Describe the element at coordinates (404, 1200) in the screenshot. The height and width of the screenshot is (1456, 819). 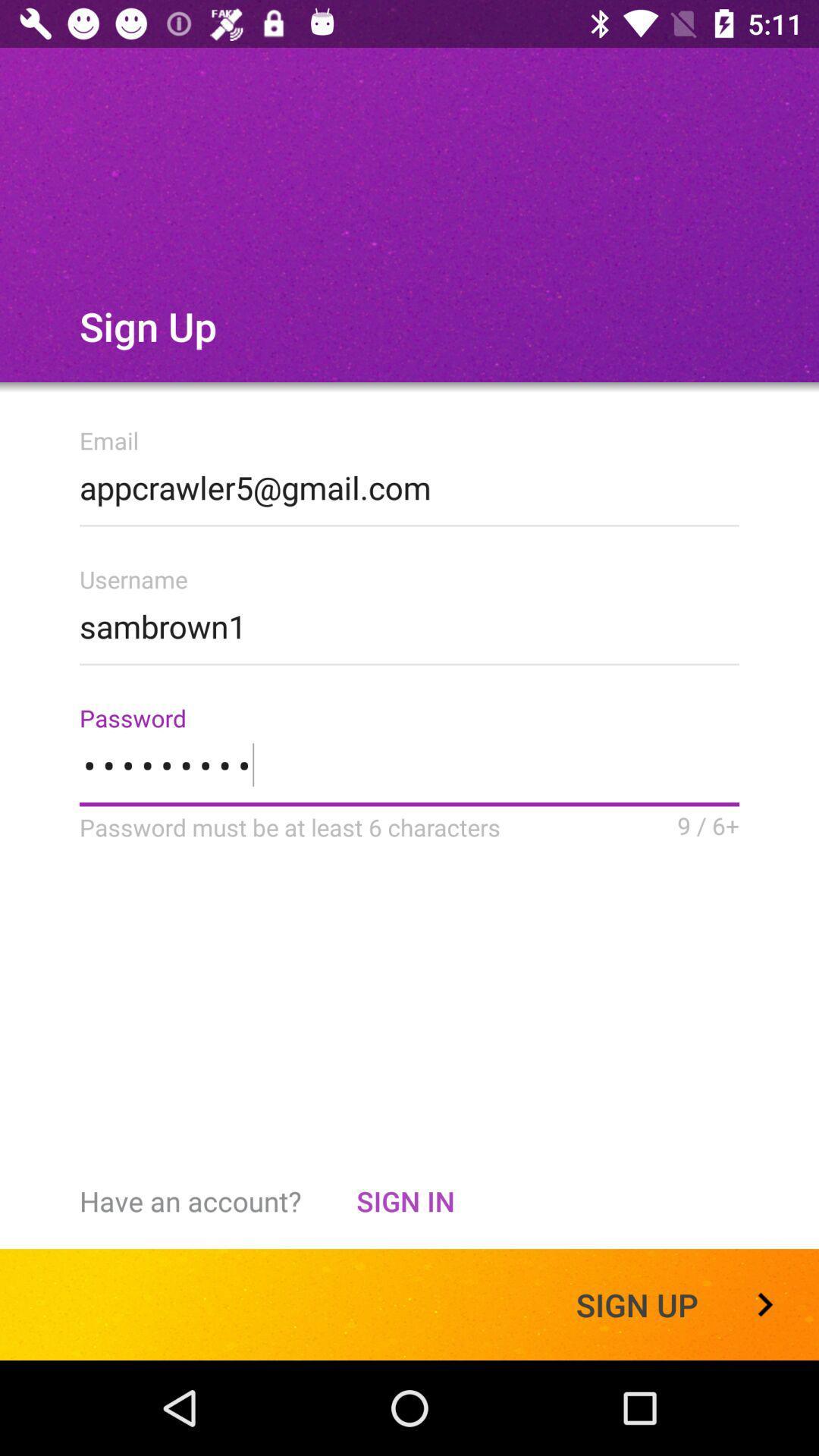
I see `sign in icon` at that location.